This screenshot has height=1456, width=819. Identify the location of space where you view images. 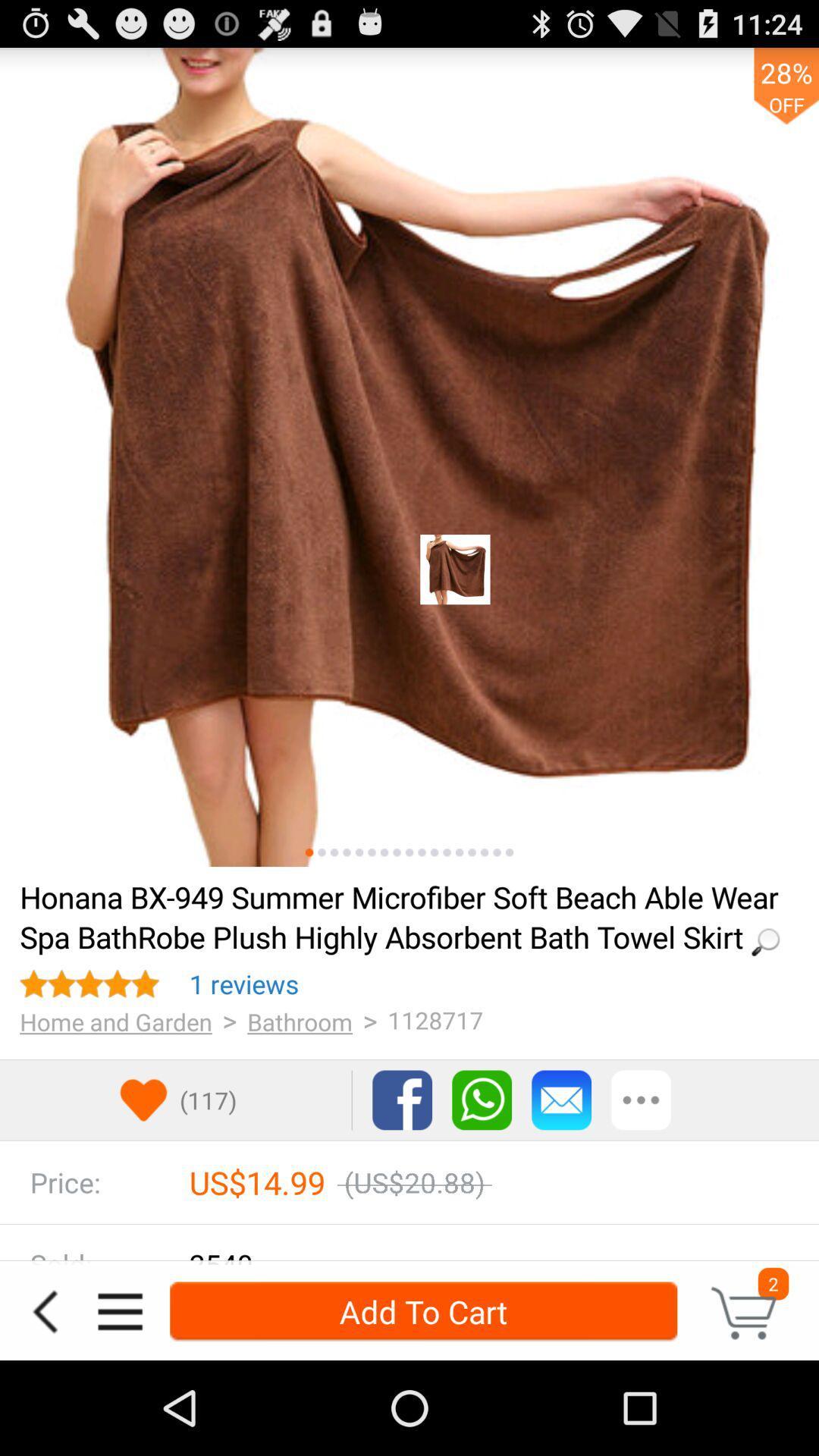
(409, 457).